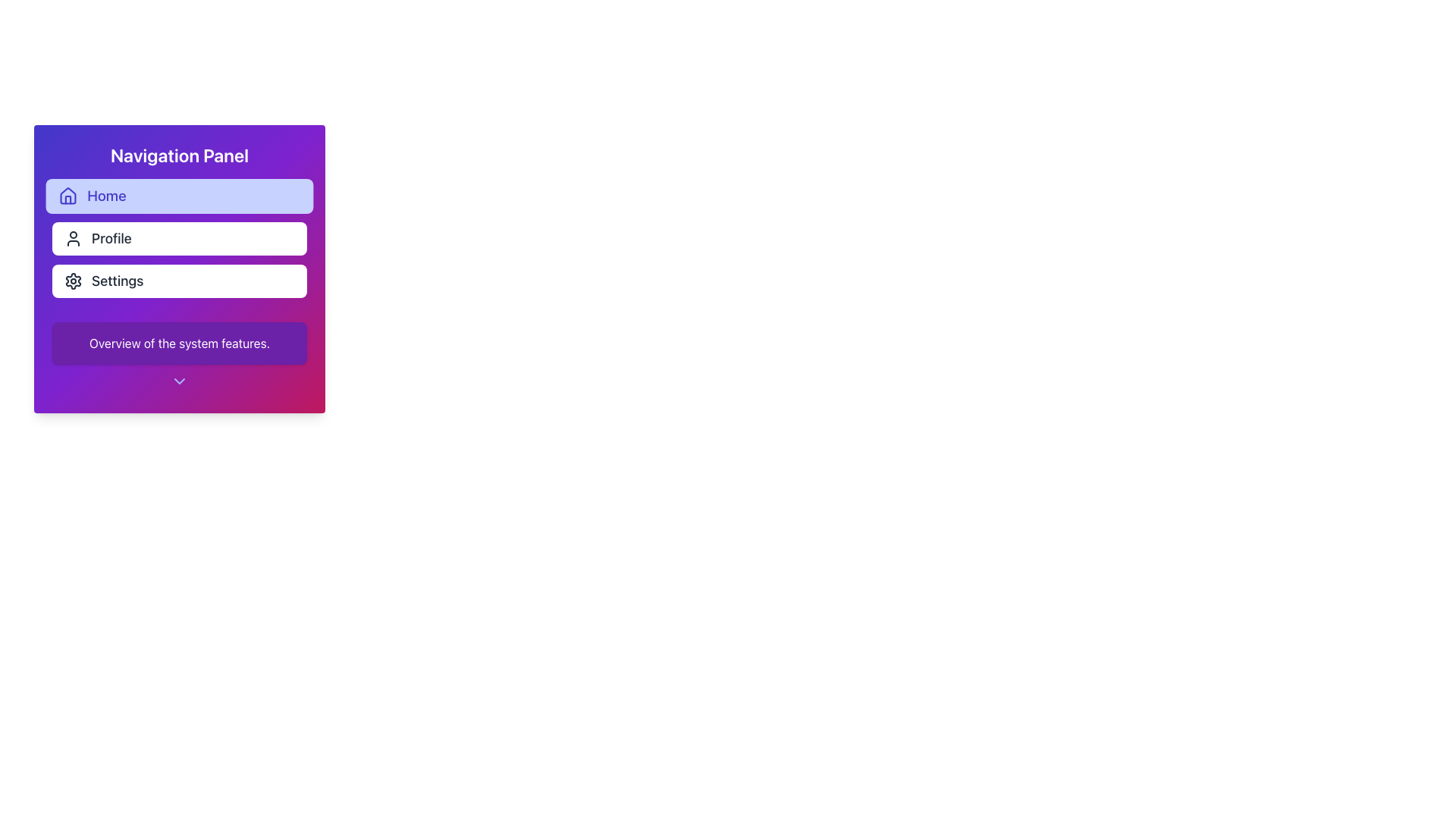 The width and height of the screenshot is (1456, 819). I want to click on the 'Profile' text label in the navigation panel, which indicates the option, so click(111, 239).